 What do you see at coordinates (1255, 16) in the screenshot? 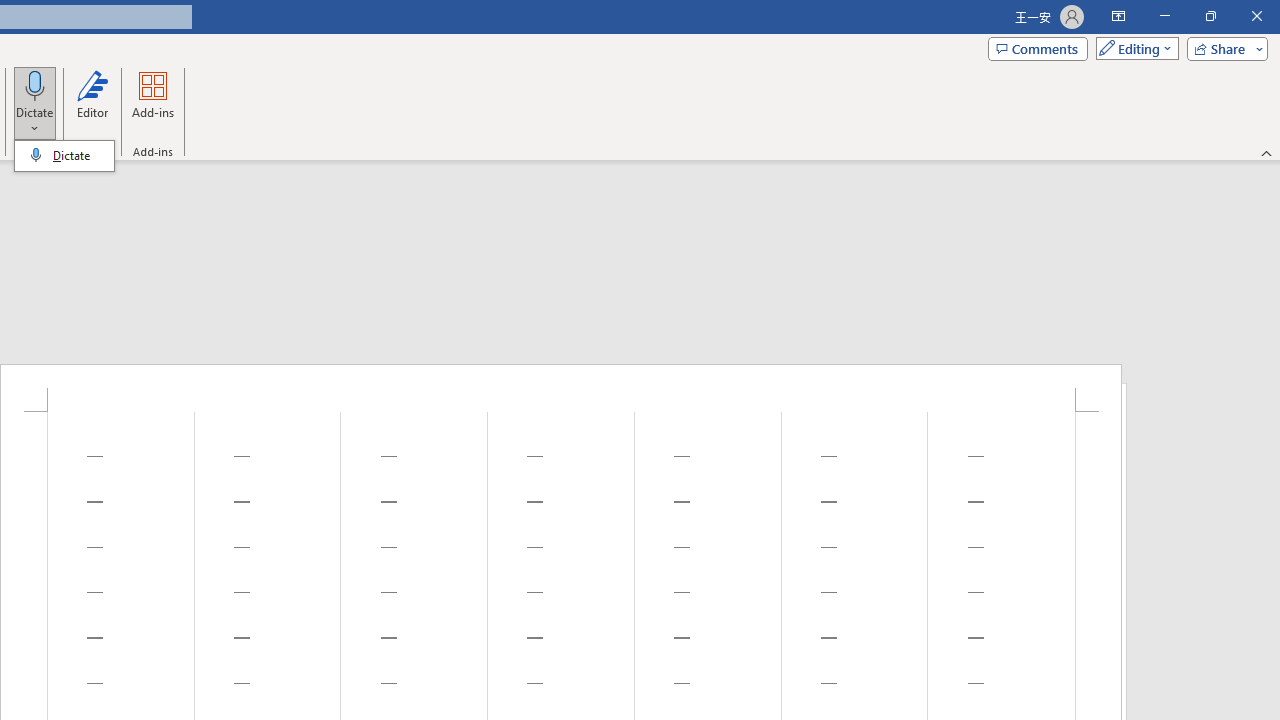
I see `'Close'` at bounding box center [1255, 16].